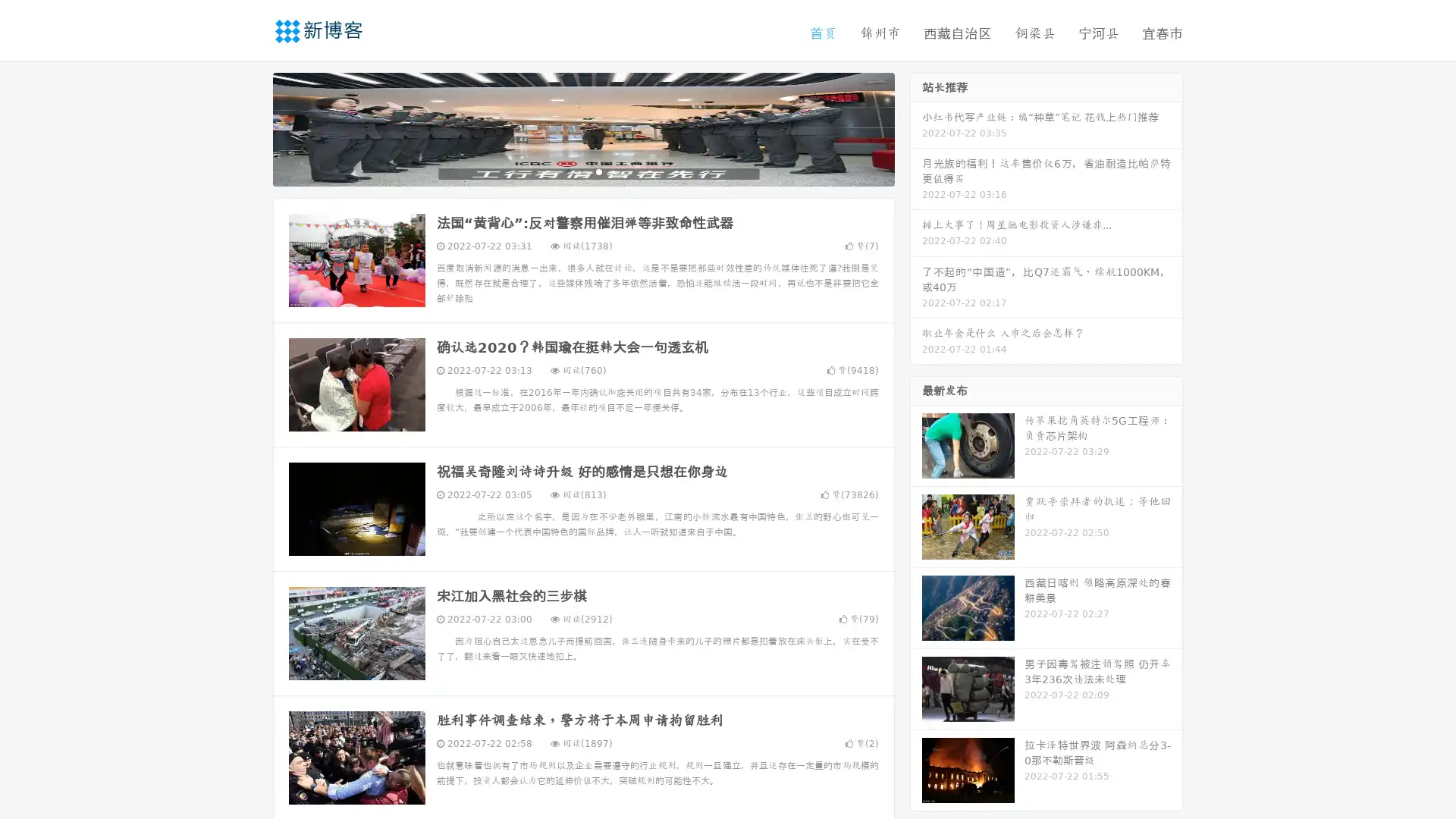 This screenshot has width=1456, height=819. Describe the element at coordinates (598, 171) in the screenshot. I see `Go to slide 3` at that location.